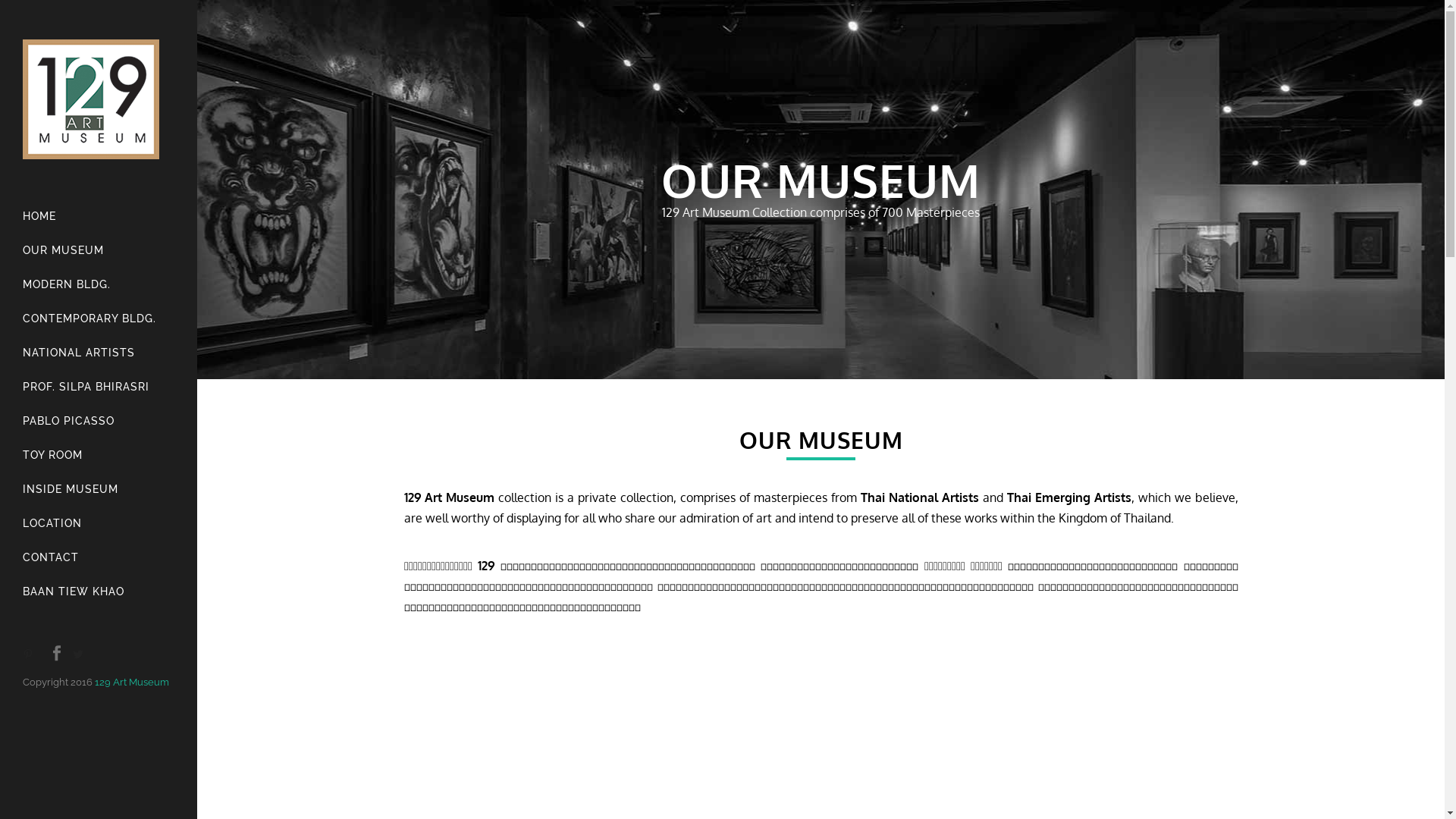 Image resolution: width=1456 pixels, height=819 pixels. Describe the element at coordinates (97, 216) in the screenshot. I see `'HOME'` at that location.